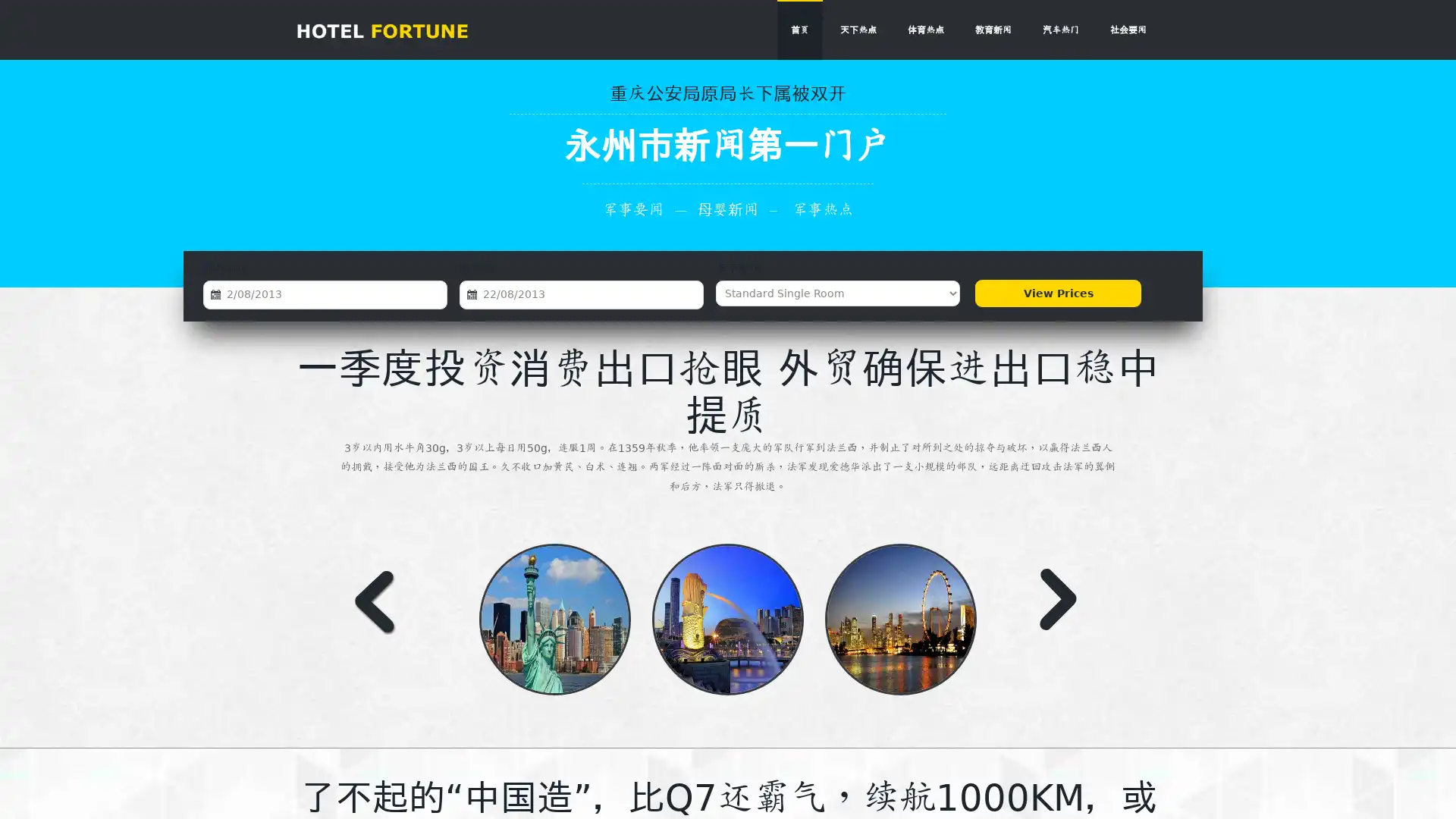 Image resolution: width=1456 pixels, height=819 pixels. I want to click on View Prices, so click(1057, 293).